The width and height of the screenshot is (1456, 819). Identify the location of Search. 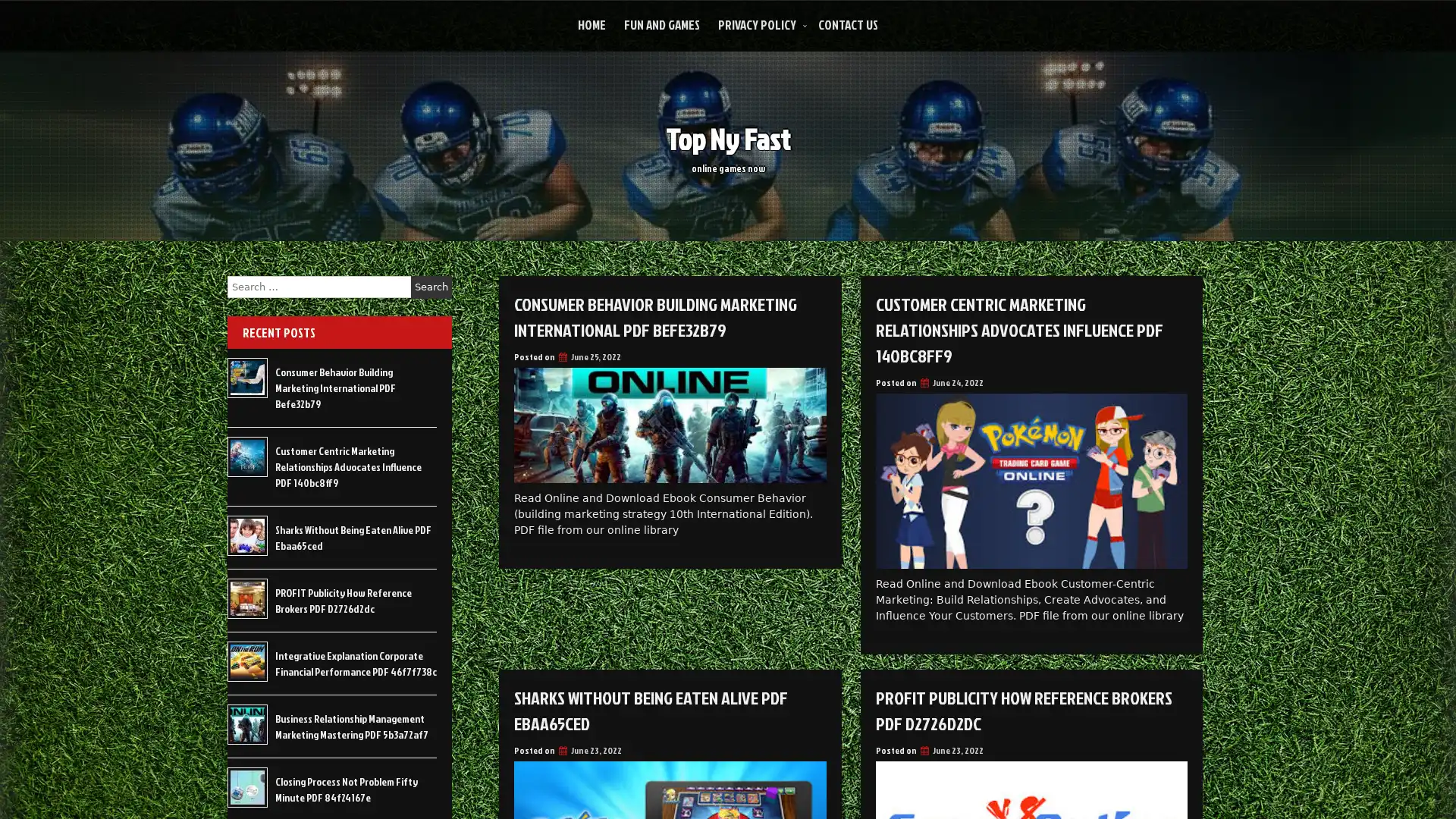
(431, 287).